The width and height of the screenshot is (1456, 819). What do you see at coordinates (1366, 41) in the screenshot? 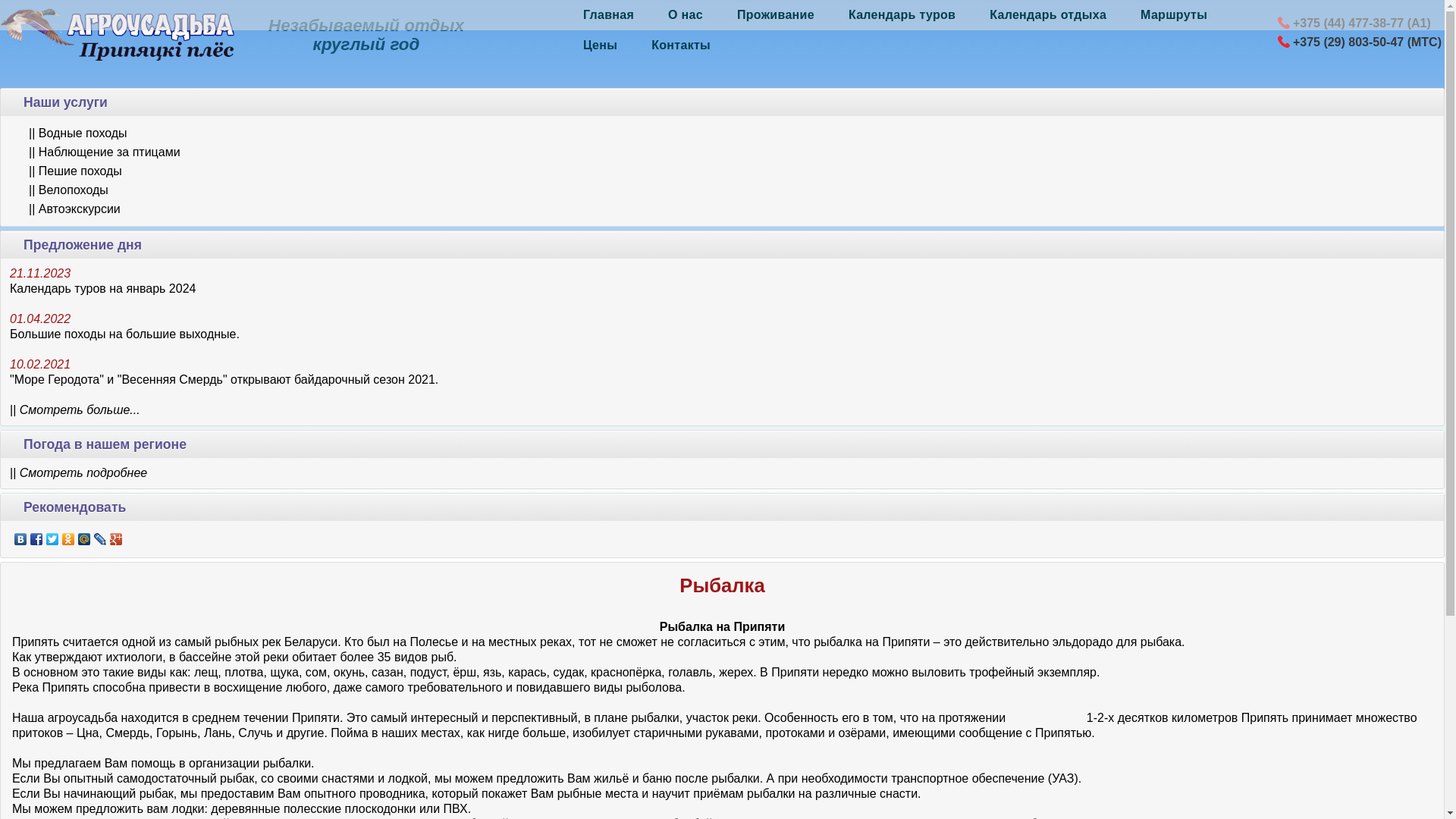
I see `'+375 (29) 803-50-47 (MTC)'` at bounding box center [1366, 41].